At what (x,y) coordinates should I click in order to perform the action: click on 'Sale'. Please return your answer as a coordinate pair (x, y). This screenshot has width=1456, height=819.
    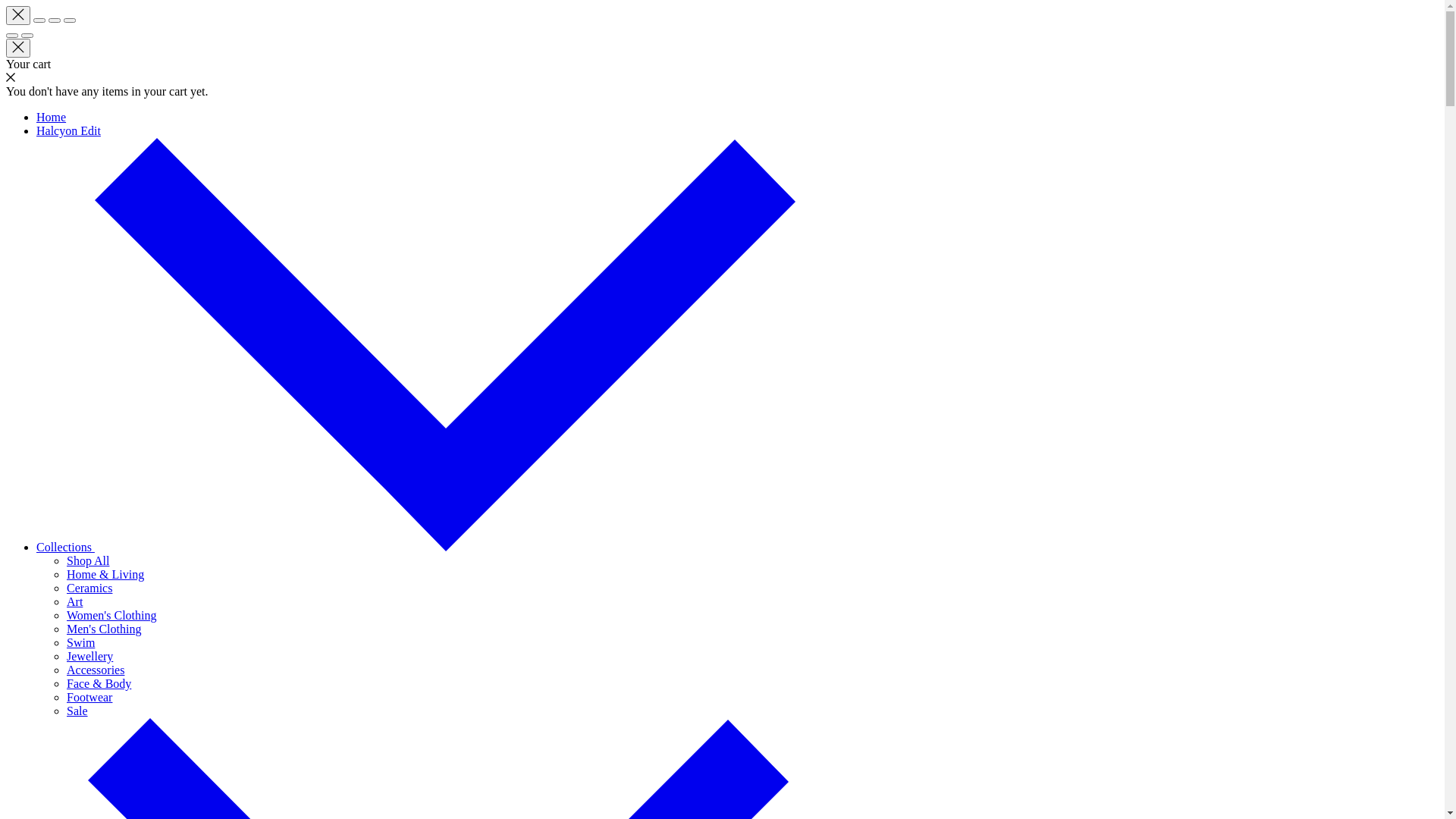
    Looking at the image, I should click on (65, 711).